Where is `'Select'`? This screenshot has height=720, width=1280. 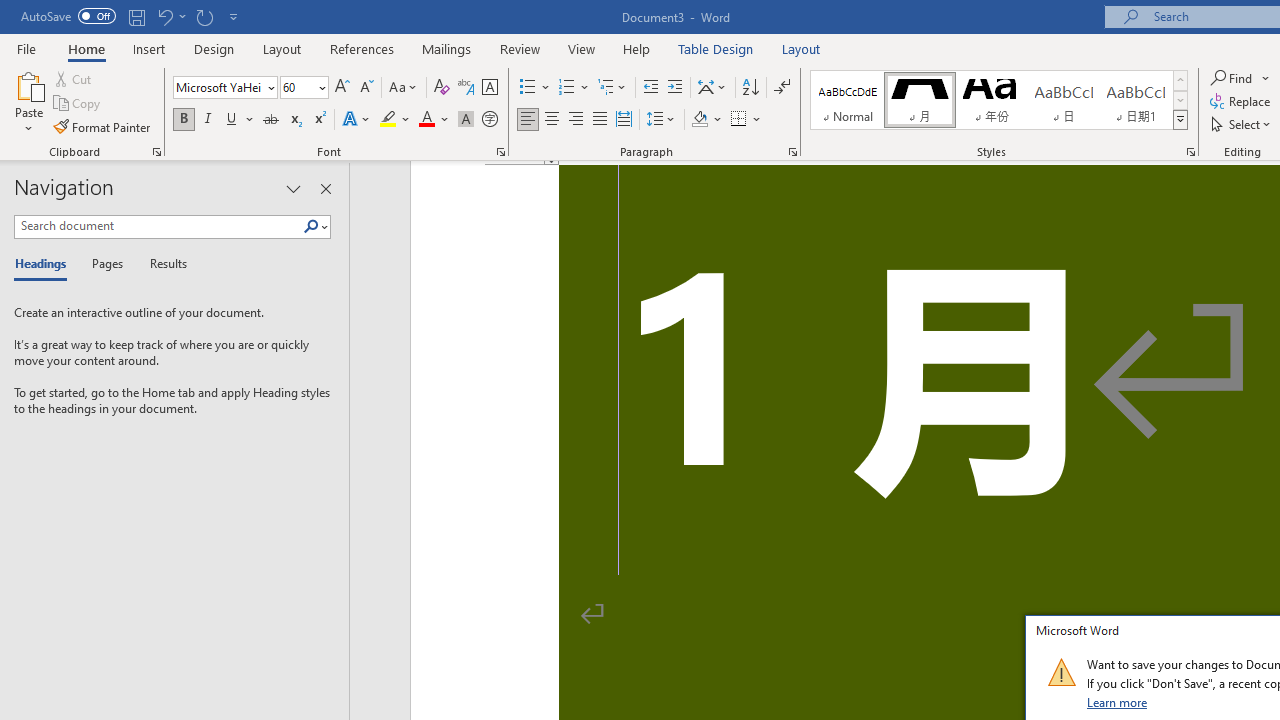 'Select' is located at coordinates (1241, 124).